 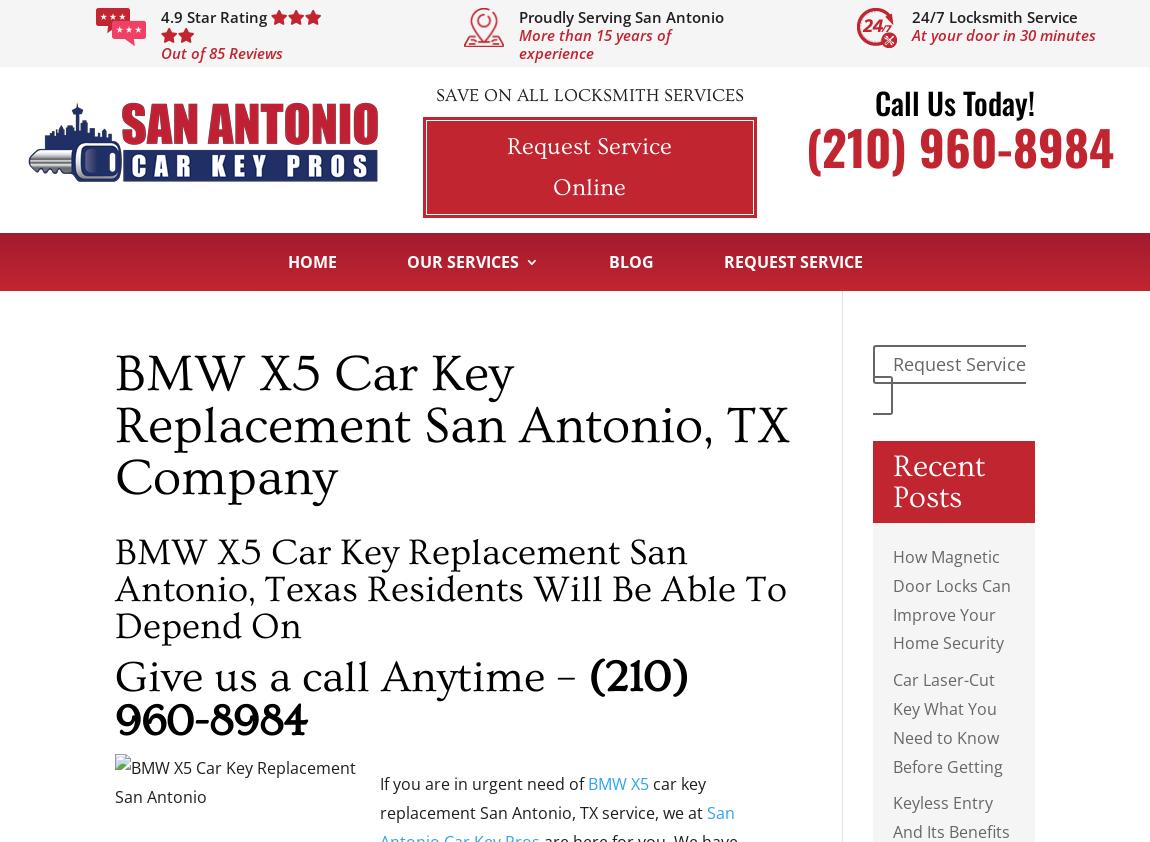 I want to click on 'BMW X5 Car Key Replacement San Antonio, Texas Residents Will Be Able To Depend On', so click(x=451, y=588).